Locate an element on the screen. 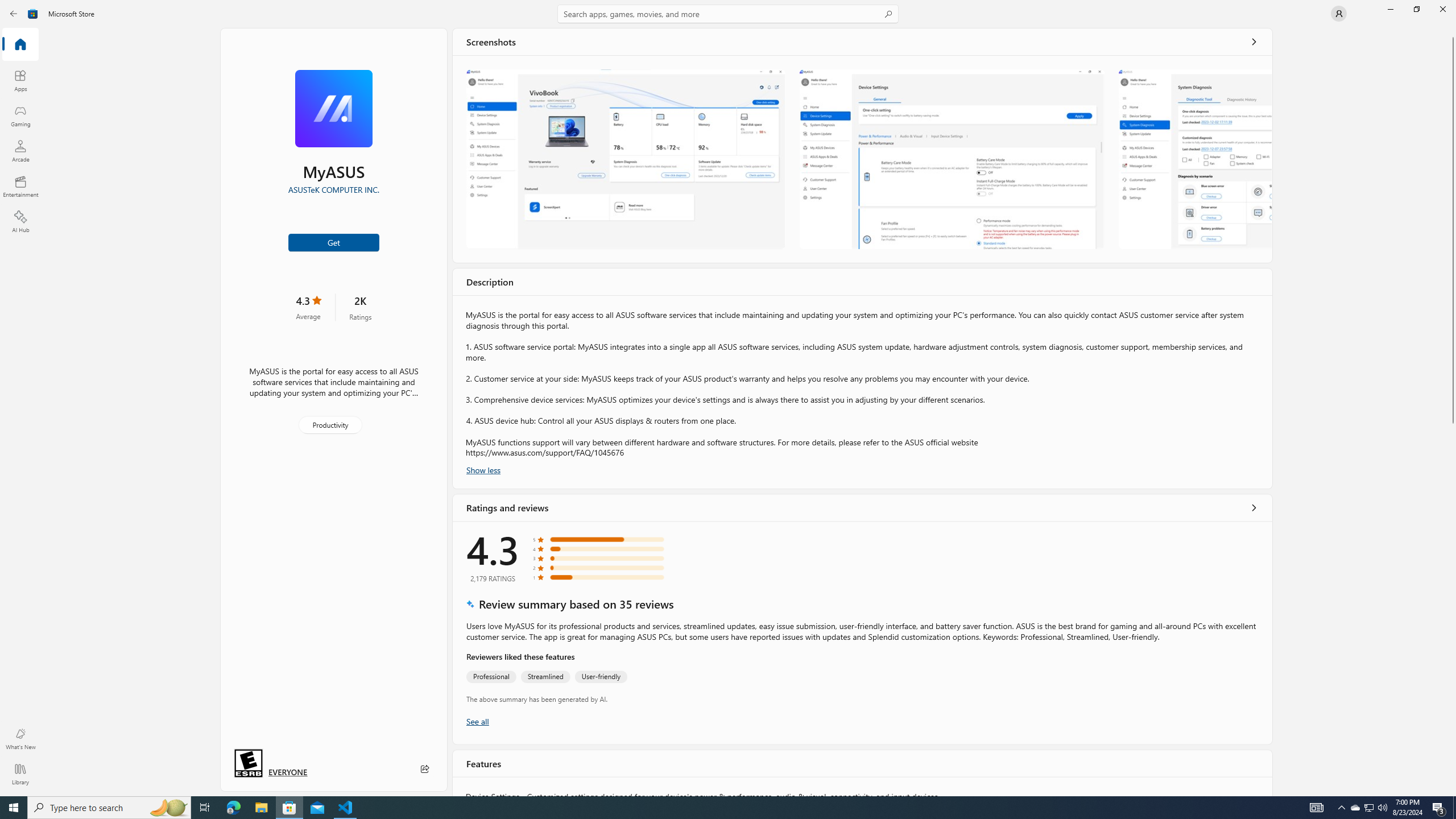  'Show all ratings and reviews' is located at coordinates (1254, 507).